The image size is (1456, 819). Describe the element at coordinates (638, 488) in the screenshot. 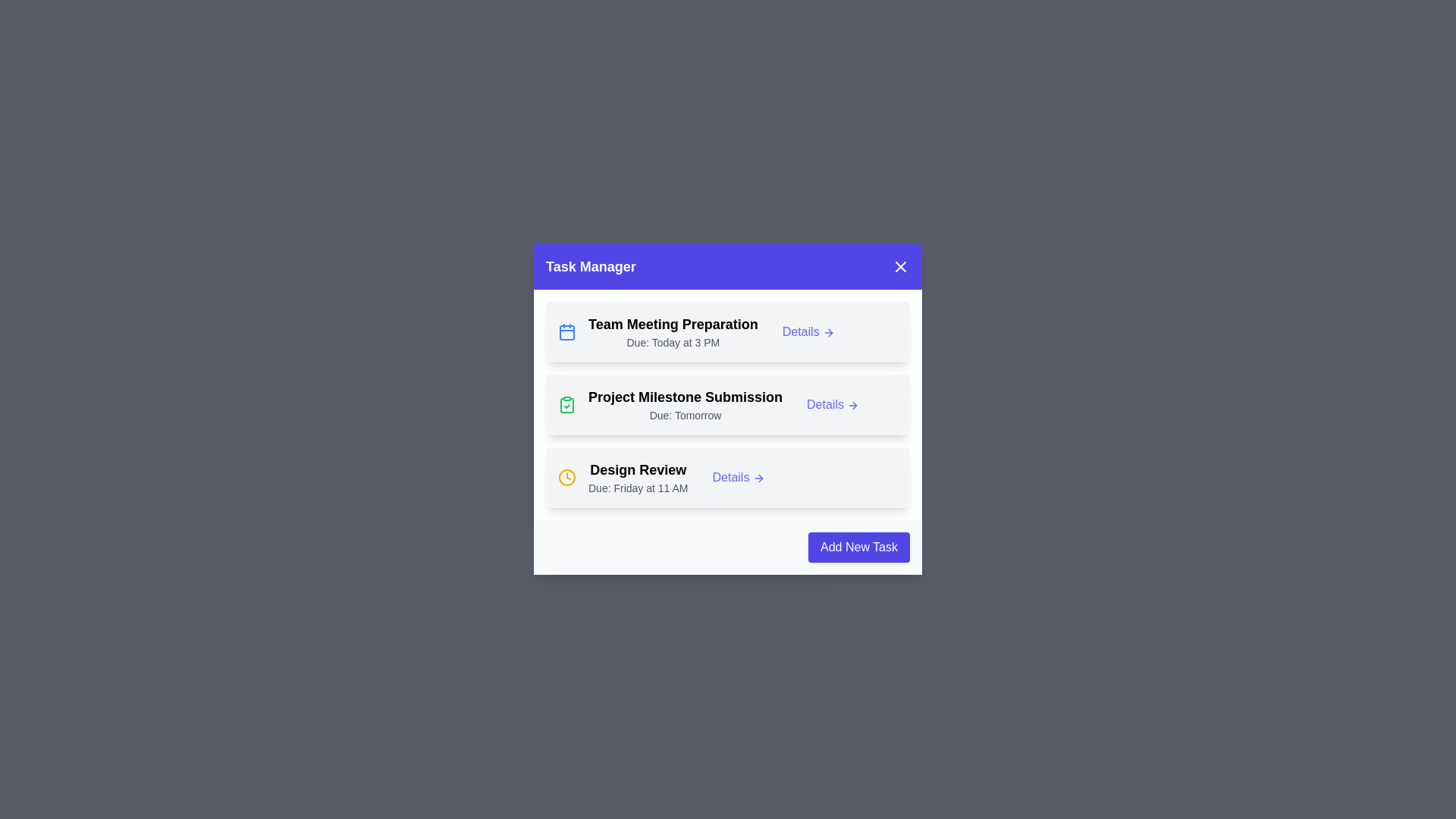

I see `the text element displaying 'Due: Friday at 11 AM', which is aligned below the title 'Design Review' in the main panel` at that location.